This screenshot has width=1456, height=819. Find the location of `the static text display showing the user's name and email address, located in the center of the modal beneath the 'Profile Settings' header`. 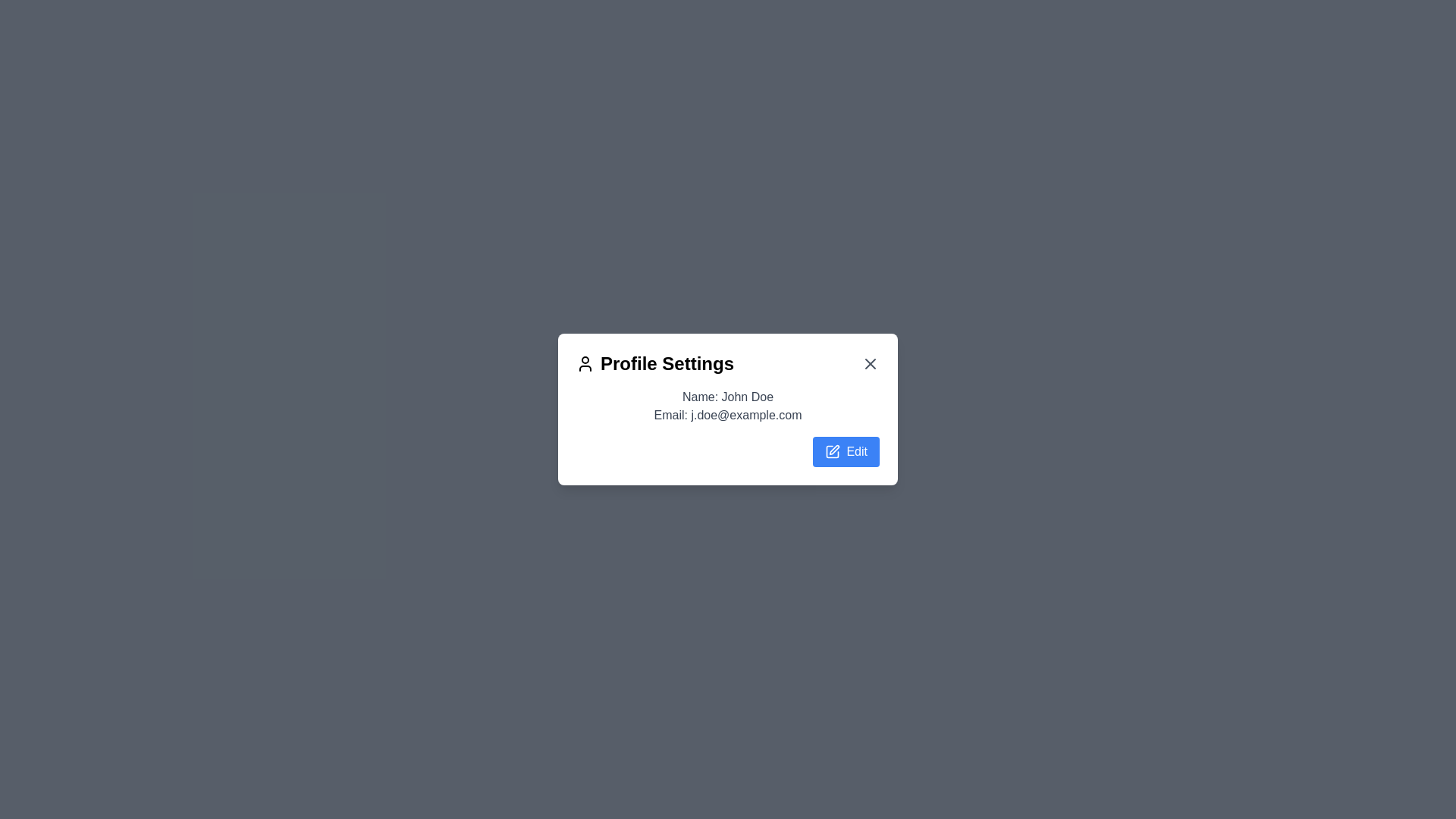

the static text display showing the user's name and email address, located in the center of the modal beneath the 'Profile Settings' header is located at coordinates (728, 406).